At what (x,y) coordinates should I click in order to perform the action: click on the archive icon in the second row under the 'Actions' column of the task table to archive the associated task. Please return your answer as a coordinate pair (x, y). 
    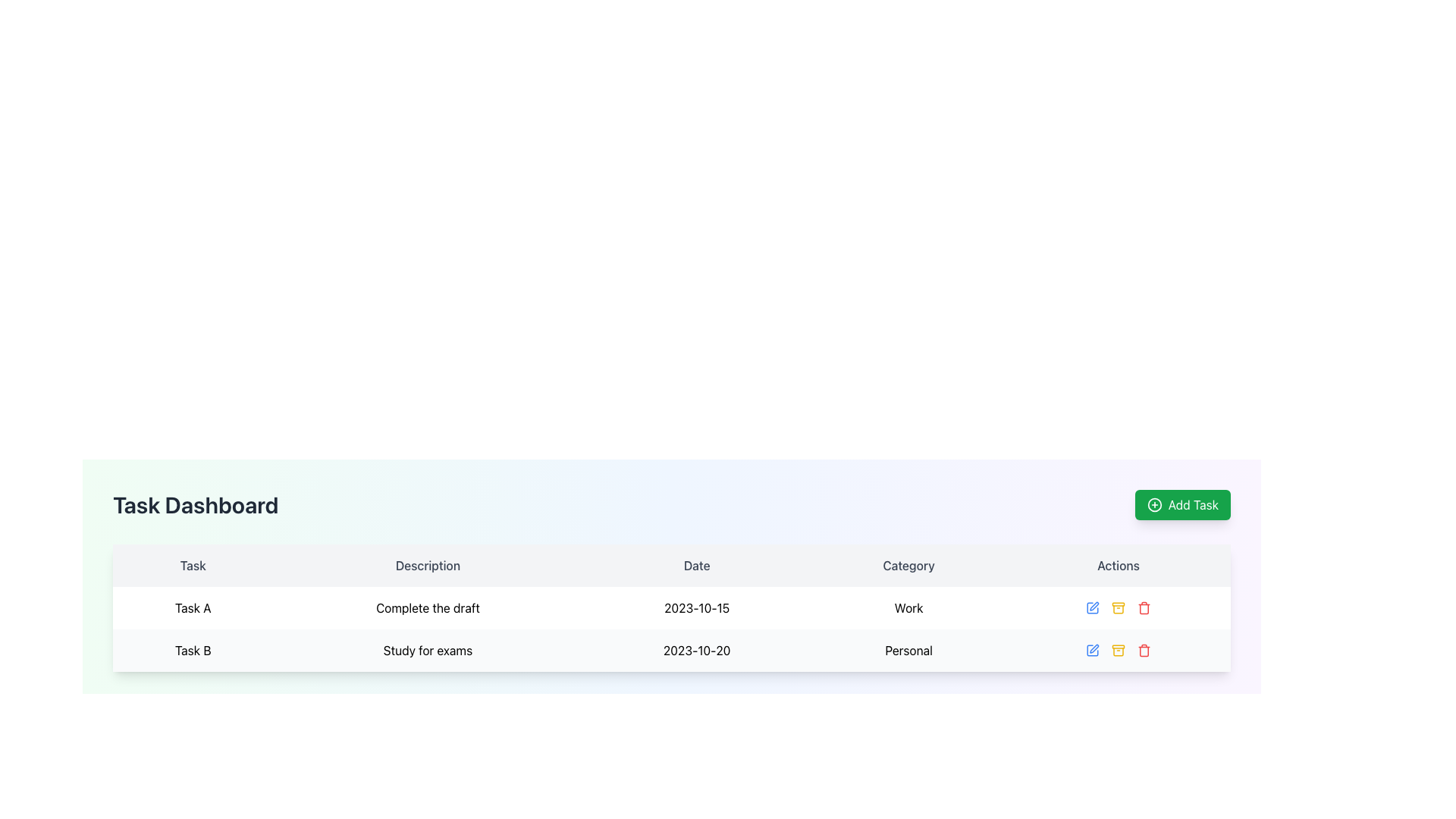
    Looking at the image, I should click on (1119, 649).